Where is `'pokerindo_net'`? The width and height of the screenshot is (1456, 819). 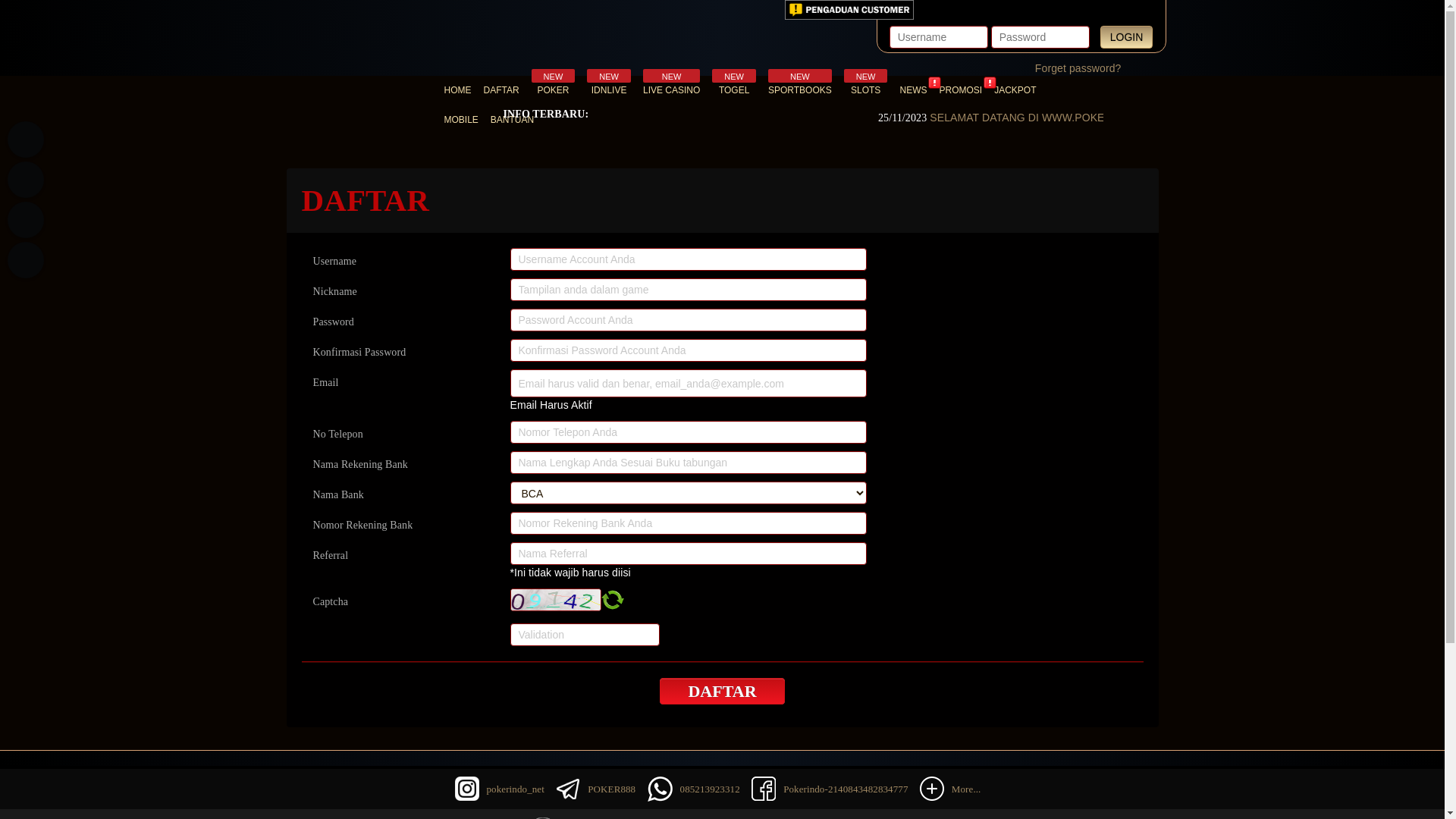
'pokerindo_net' is located at coordinates (516, 788).